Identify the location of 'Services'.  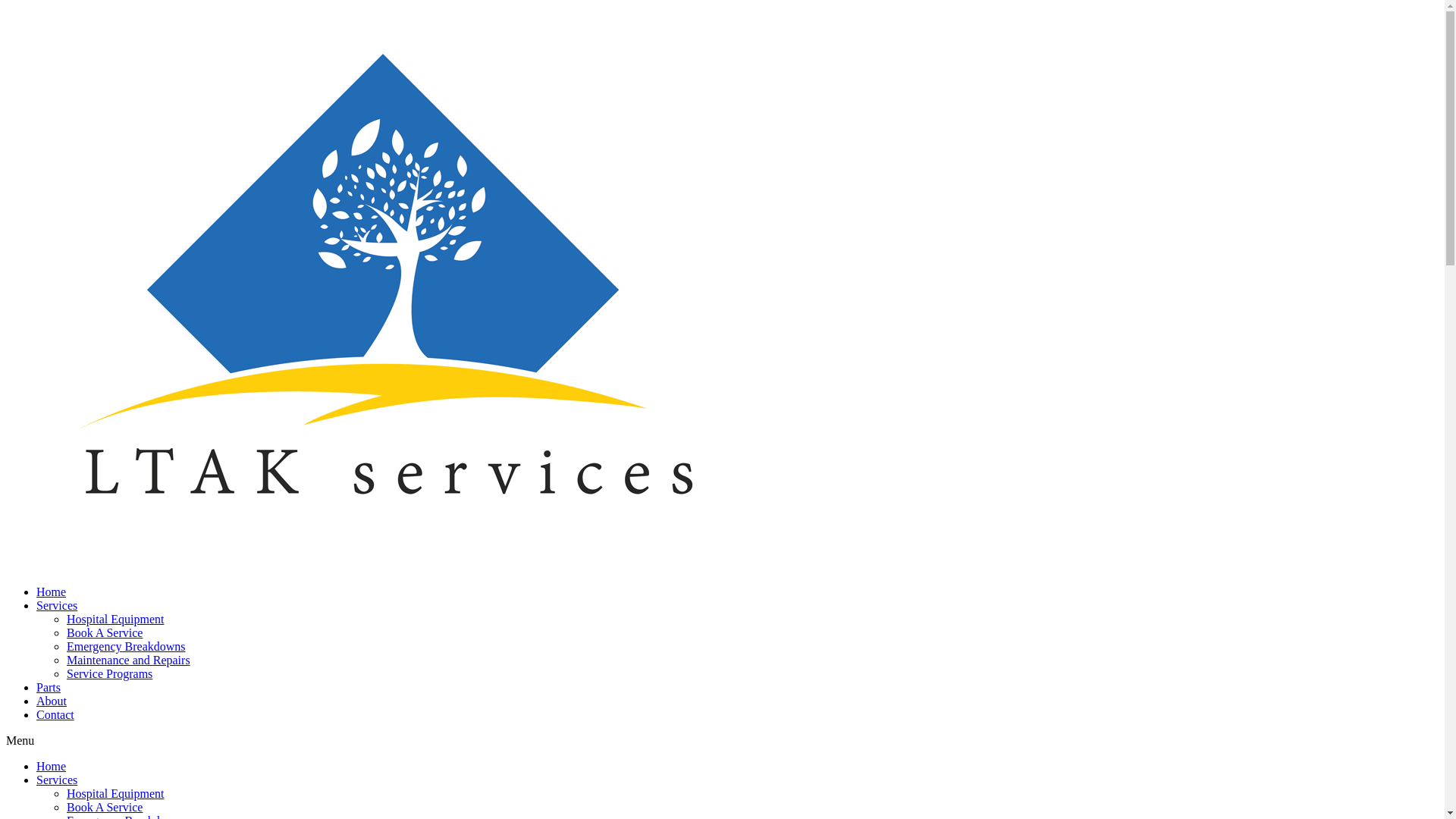
(57, 604).